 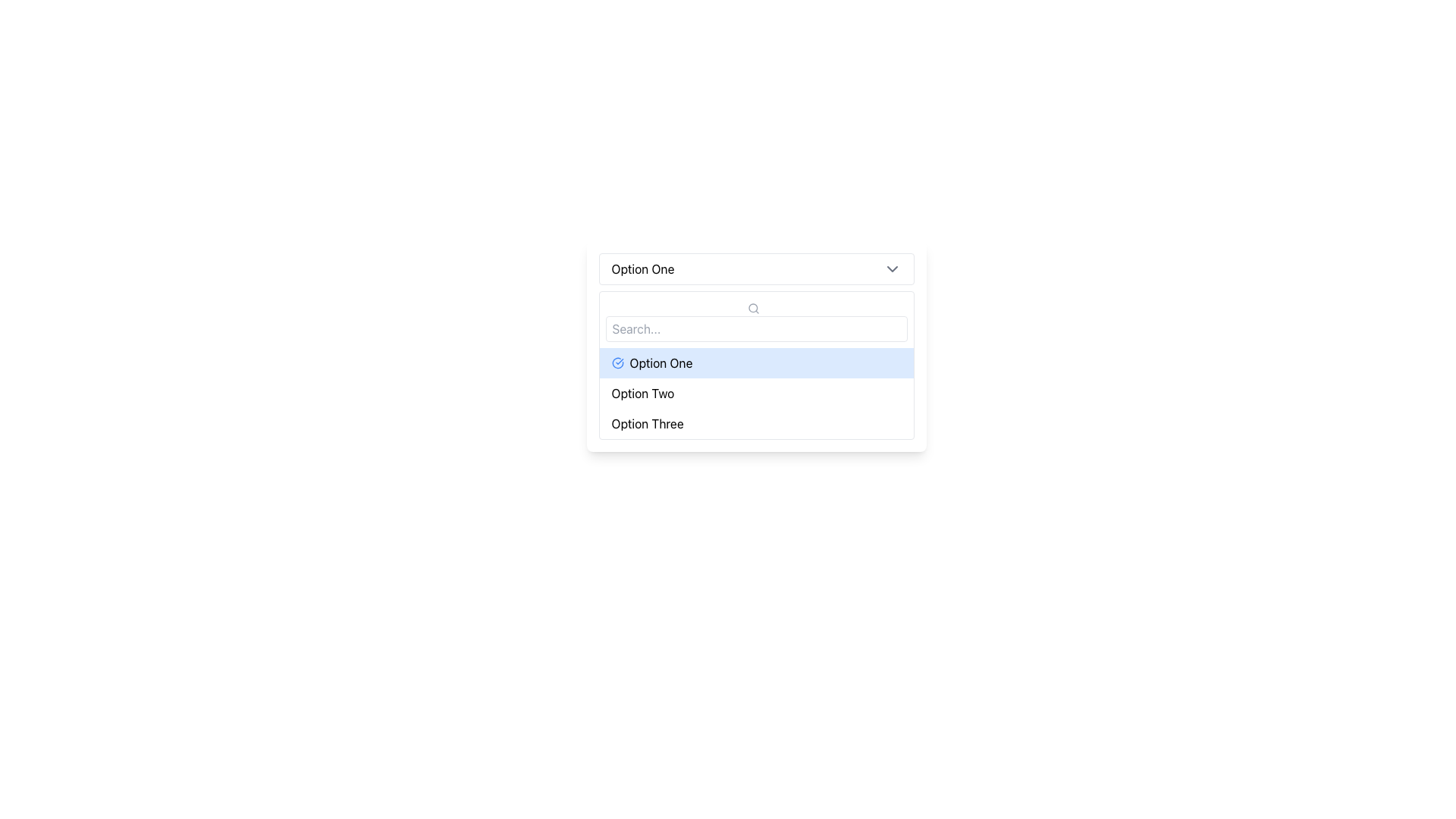 What do you see at coordinates (756, 393) in the screenshot?
I see `the second option in the dropdown menu` at bounding box center [756, 393].